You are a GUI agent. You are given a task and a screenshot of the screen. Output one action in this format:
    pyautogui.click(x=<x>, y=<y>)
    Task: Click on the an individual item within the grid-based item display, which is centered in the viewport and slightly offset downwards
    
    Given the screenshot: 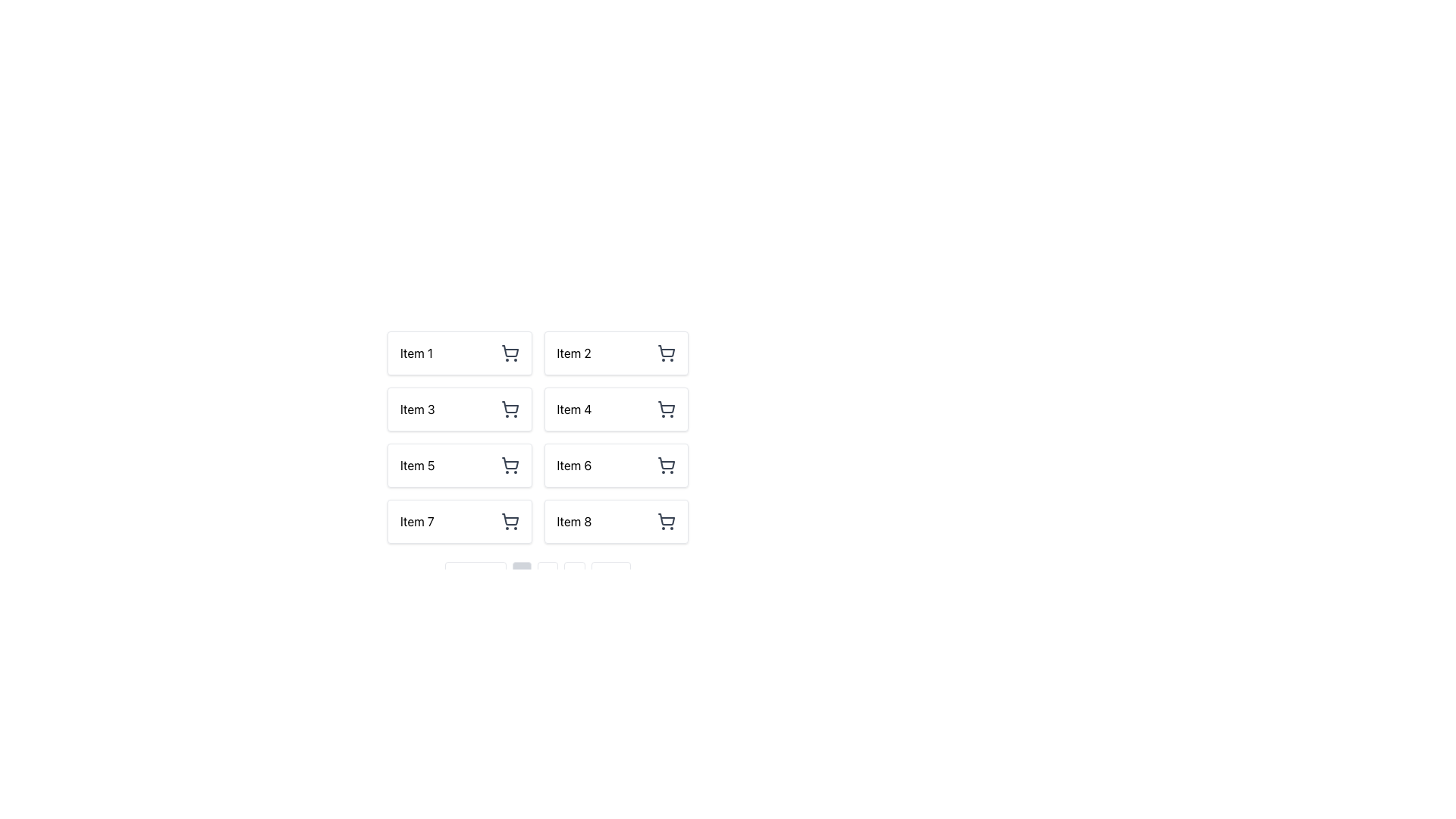 What is the action you would take?
    pyautogui.click(x=538, y=435)
    